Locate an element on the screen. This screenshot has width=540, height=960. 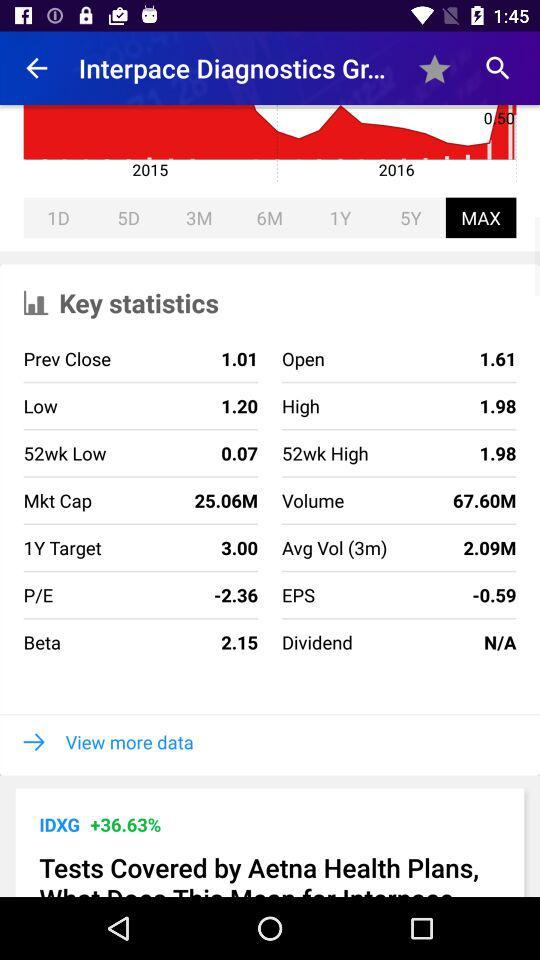
the eps is located at coordinates (297, 595).